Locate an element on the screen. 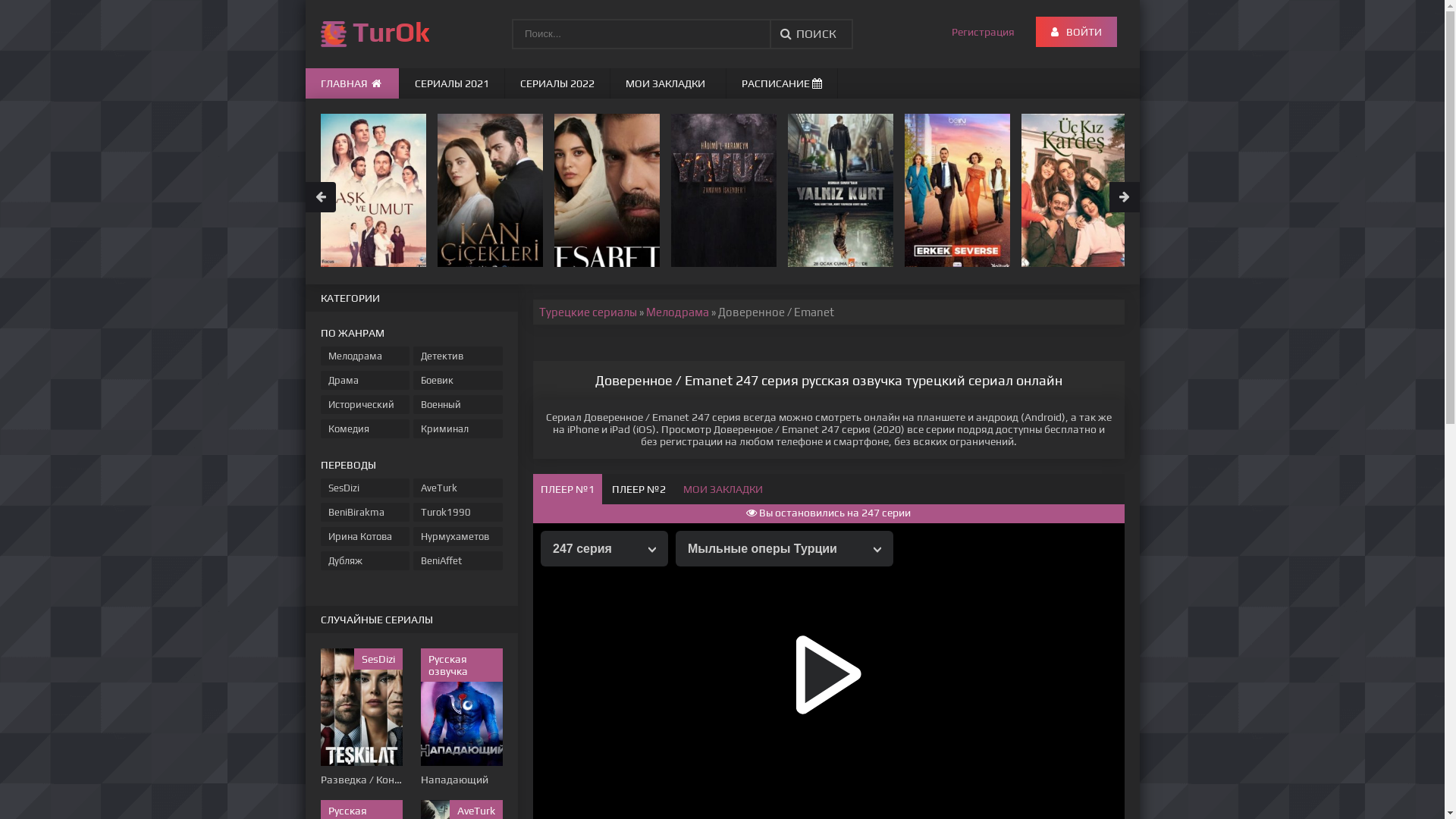 The height and width of the screenshot is (819, 1456). 'TurOk' is located at coordinates (366, 34).